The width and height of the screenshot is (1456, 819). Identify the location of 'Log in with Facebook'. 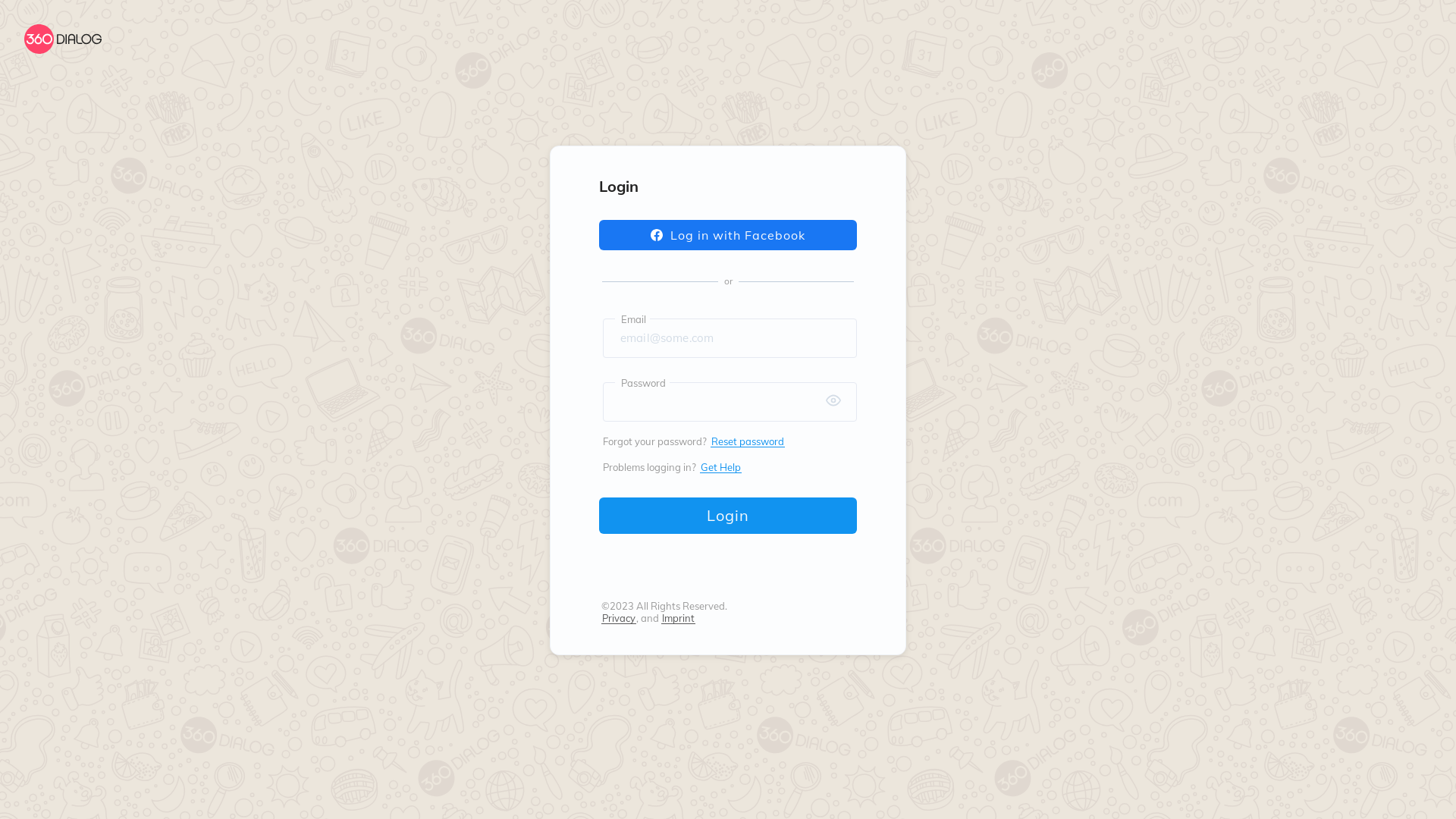
(728, 234).